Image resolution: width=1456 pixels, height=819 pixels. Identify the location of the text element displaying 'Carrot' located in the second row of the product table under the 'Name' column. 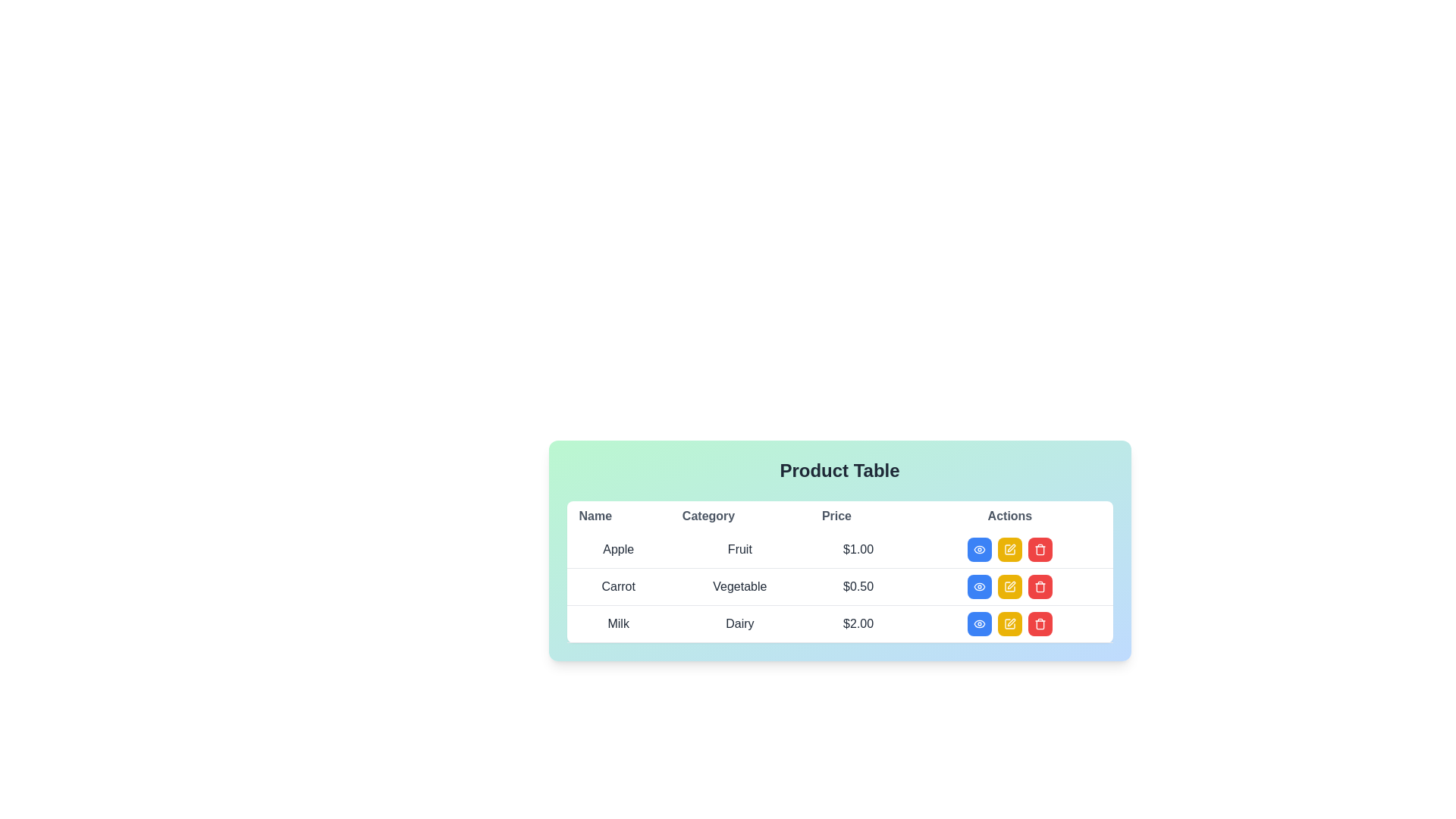
(618, 586).